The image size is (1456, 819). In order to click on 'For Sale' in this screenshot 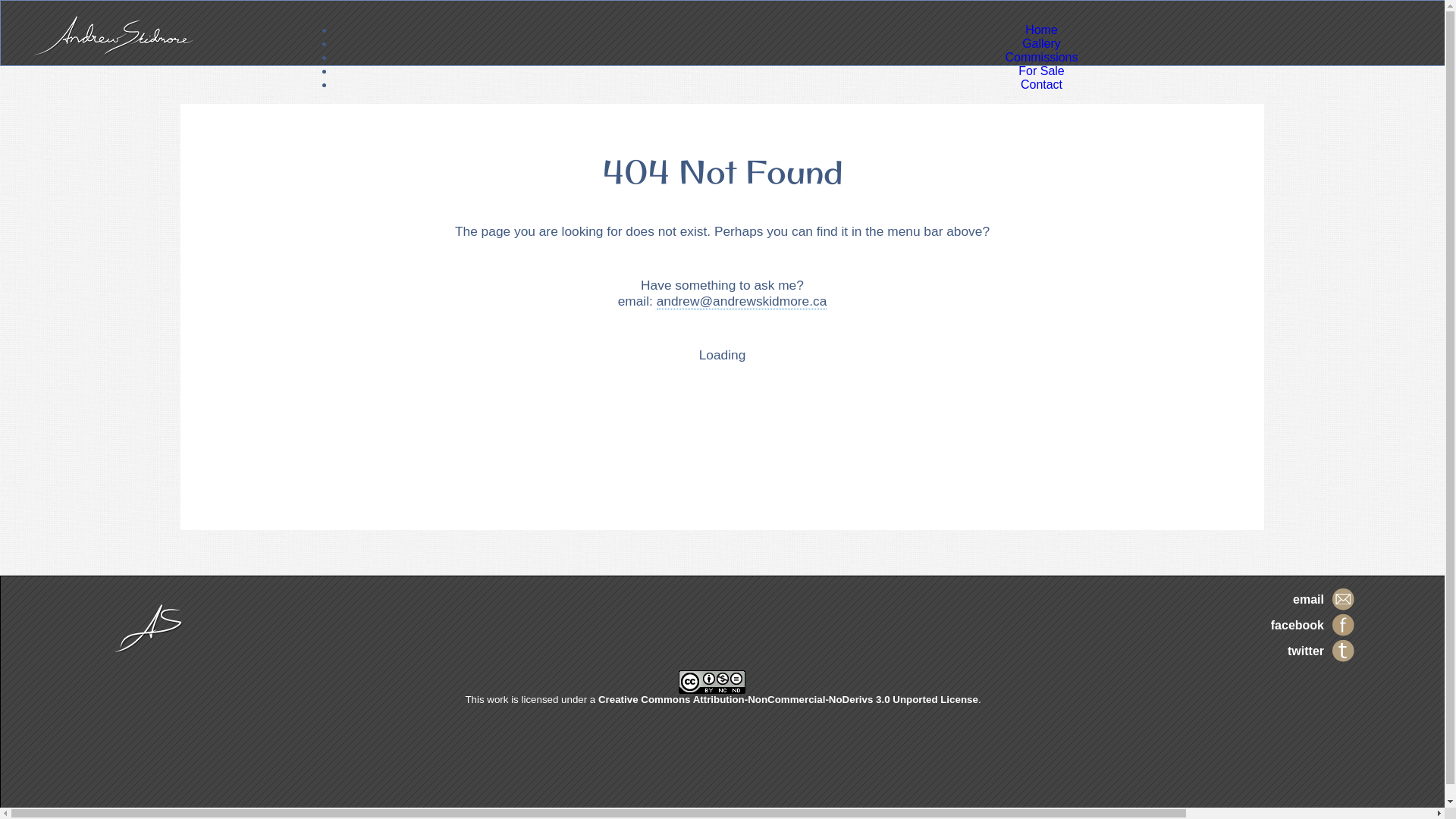, I will do `click(1040, 71)`.